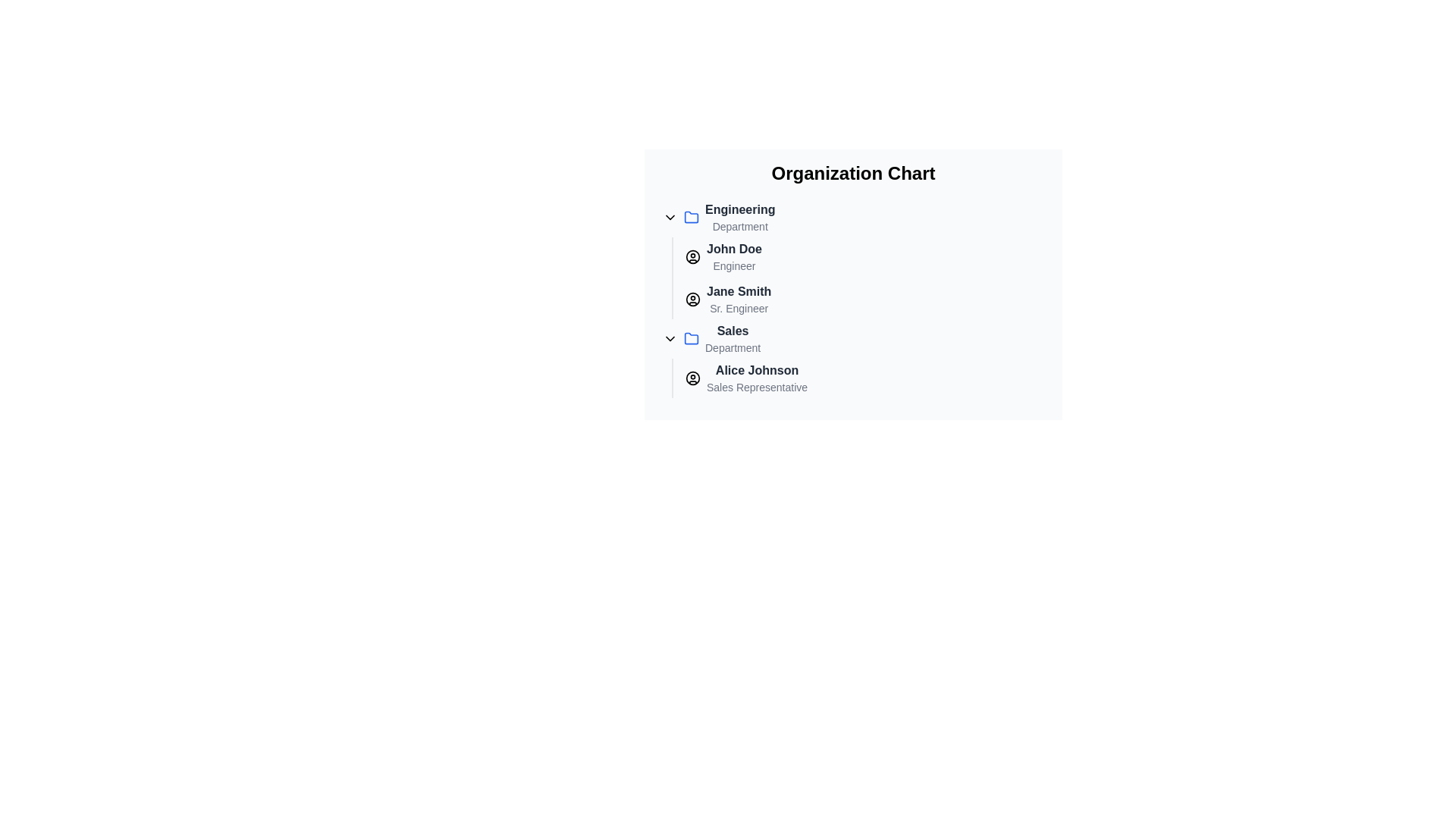 The image size is (1456, 819). Describe the element at coordinates (757, 386) in the screenshot. I see `the text label that describes the role of 'Alice Johnson' in the 'Sales' department within the organizational chart` at that location.